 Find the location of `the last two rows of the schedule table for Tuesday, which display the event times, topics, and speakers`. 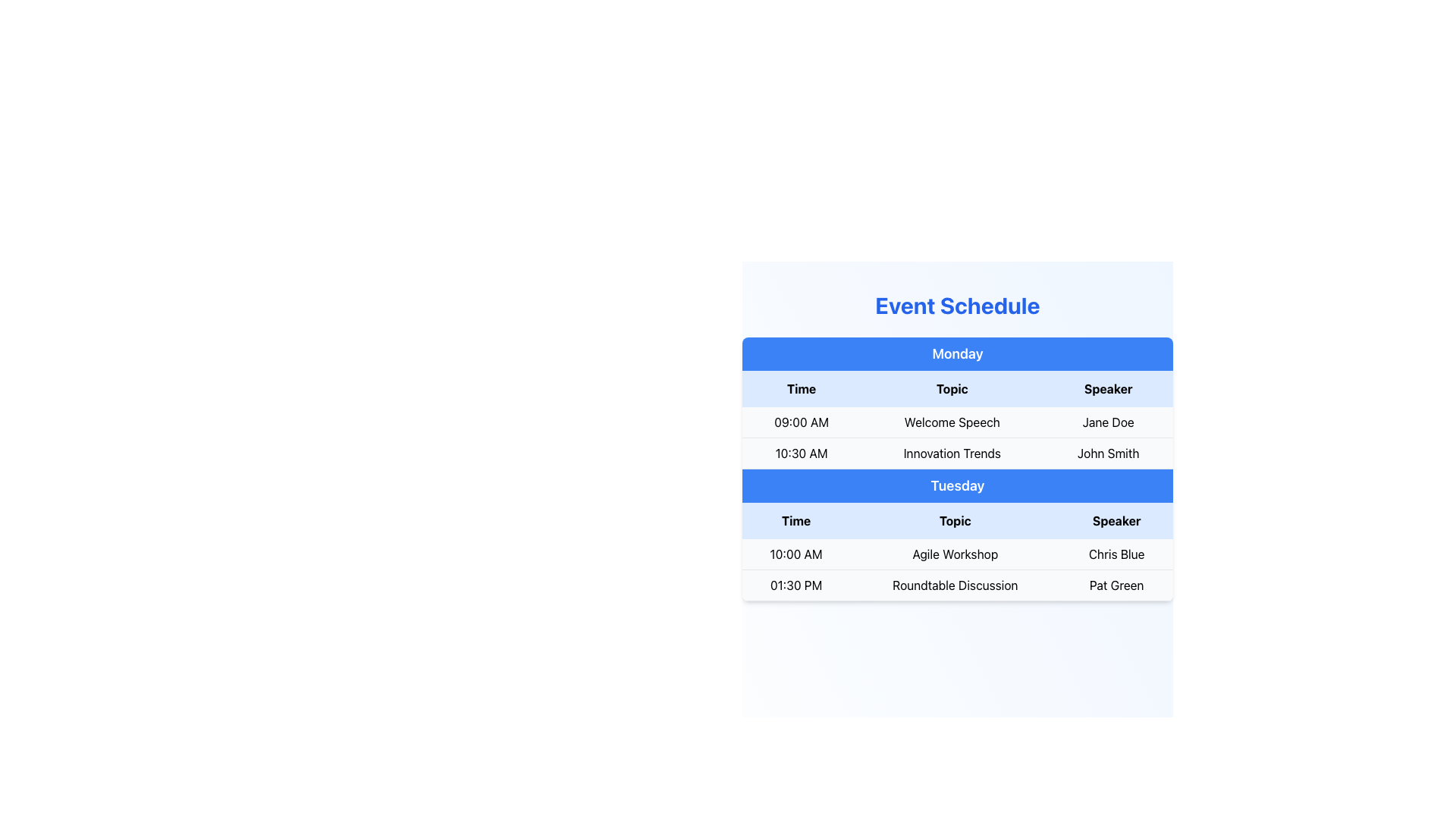

the last two rows of the schedule table for Tuesday, which display the event times, topics, and speakers is located at coordinates (956, 570).